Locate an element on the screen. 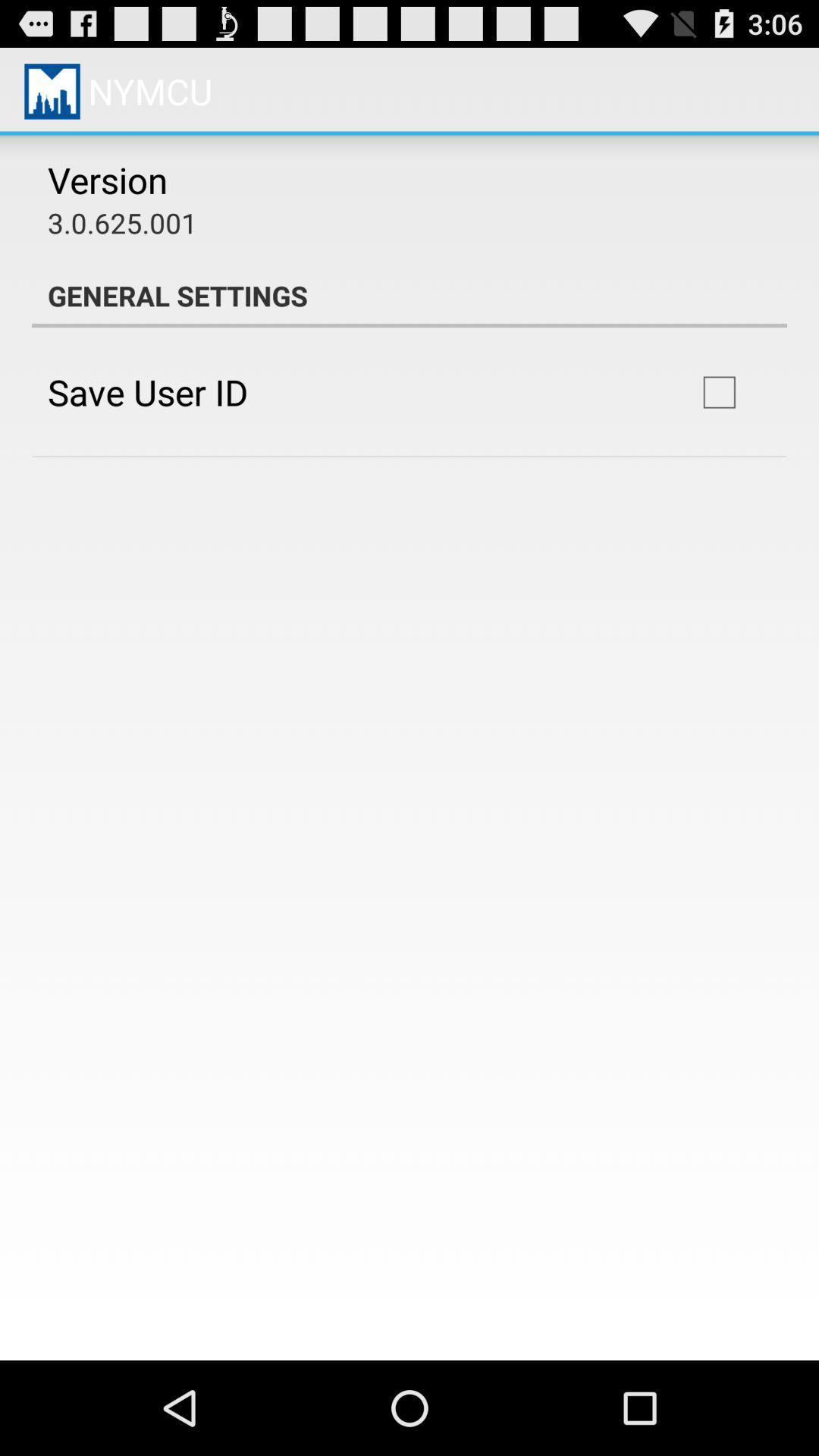 This screenshot has height=1456, width=819. save user id icon is located at coordinates (148, 392).